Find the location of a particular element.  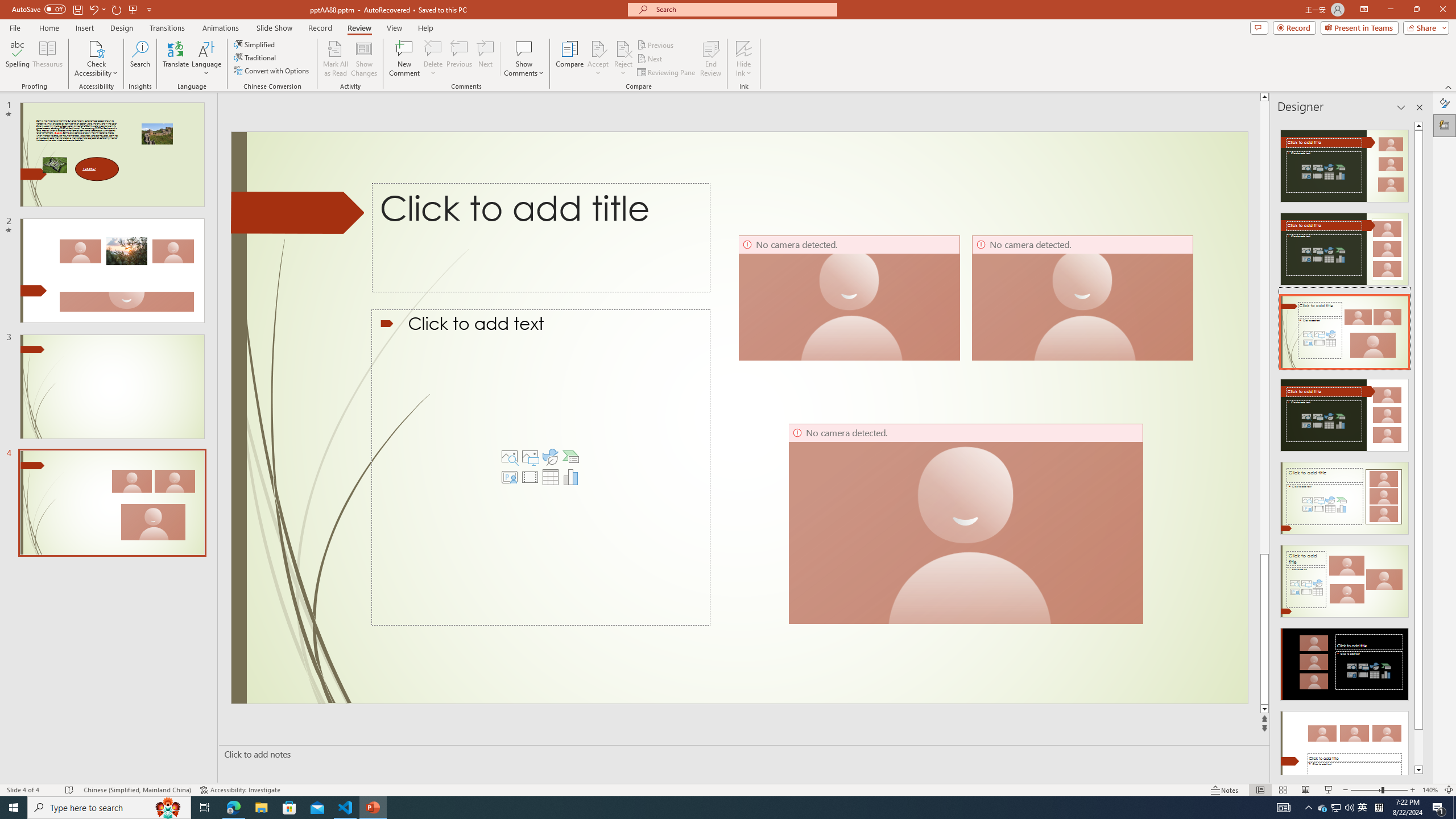

'Insert Chart' is located at coordinates (570, 477).